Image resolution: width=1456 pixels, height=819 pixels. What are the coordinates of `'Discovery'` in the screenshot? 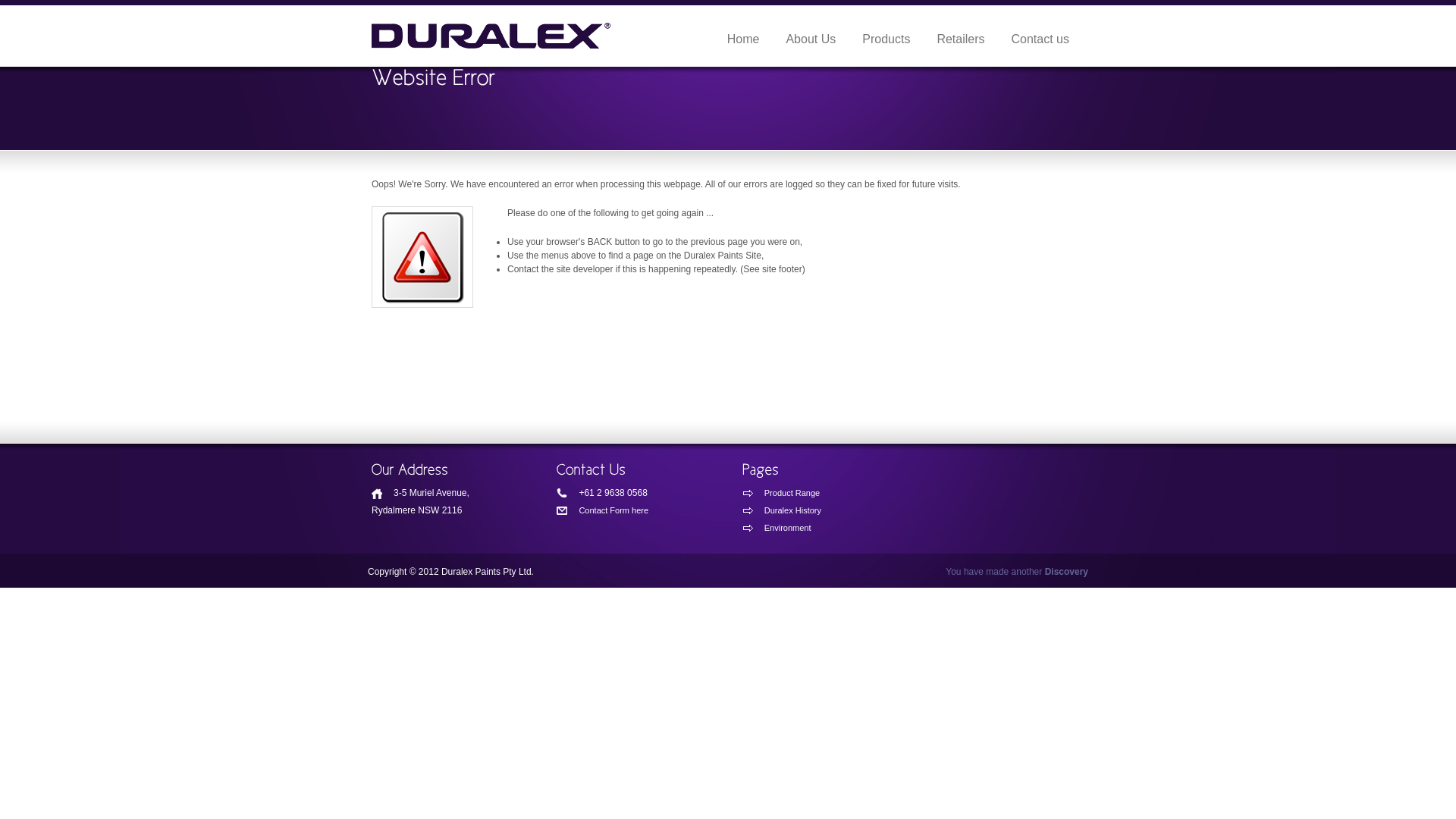 It's located at (1065, 571).